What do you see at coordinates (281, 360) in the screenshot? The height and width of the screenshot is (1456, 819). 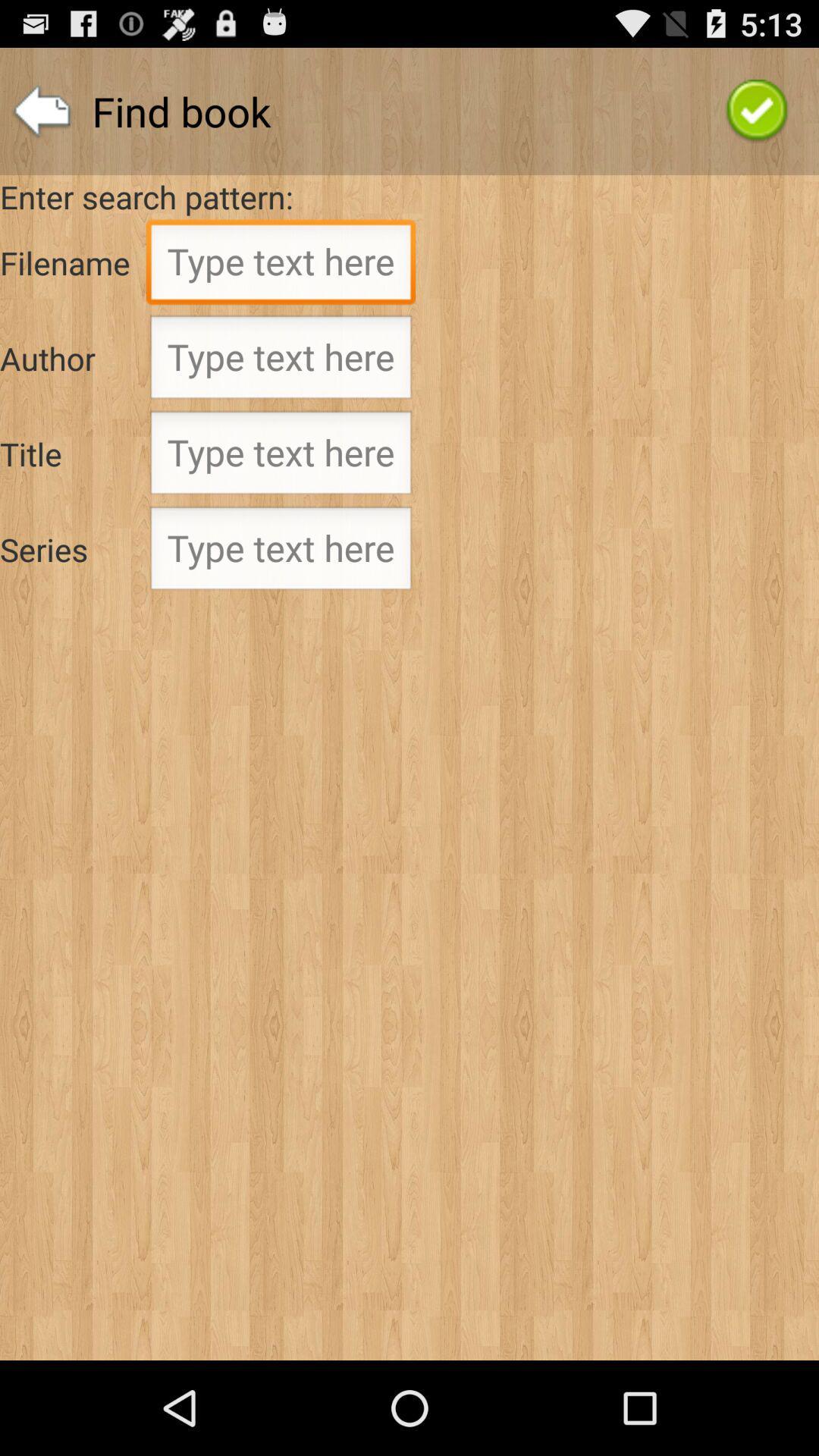 I see `into the box` at bounding box center [281, 360].